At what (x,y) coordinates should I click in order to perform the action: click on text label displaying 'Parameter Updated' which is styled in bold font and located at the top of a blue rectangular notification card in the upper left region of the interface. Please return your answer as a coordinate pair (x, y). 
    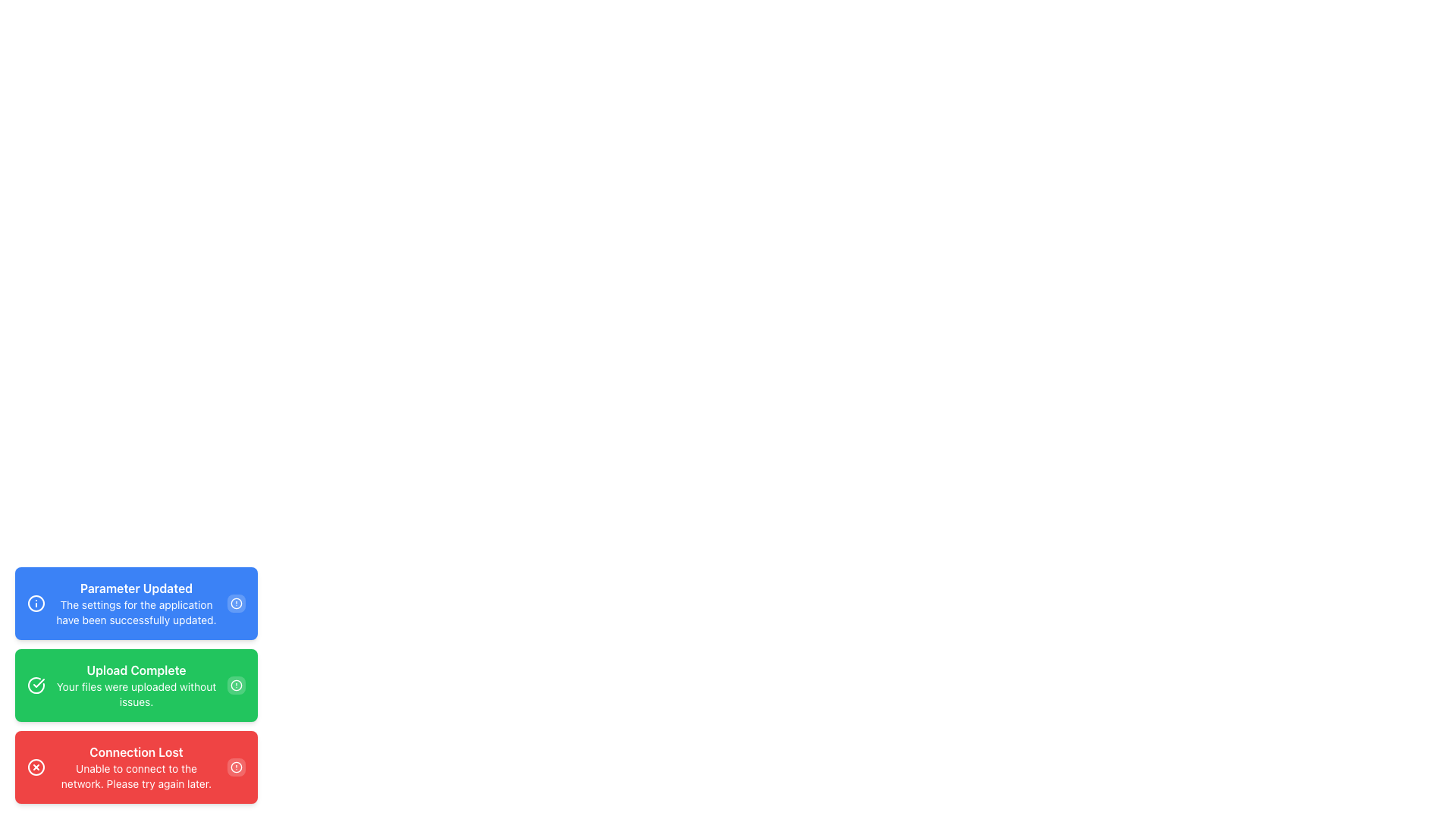
    Looking at the image, I should click on (136, 587).